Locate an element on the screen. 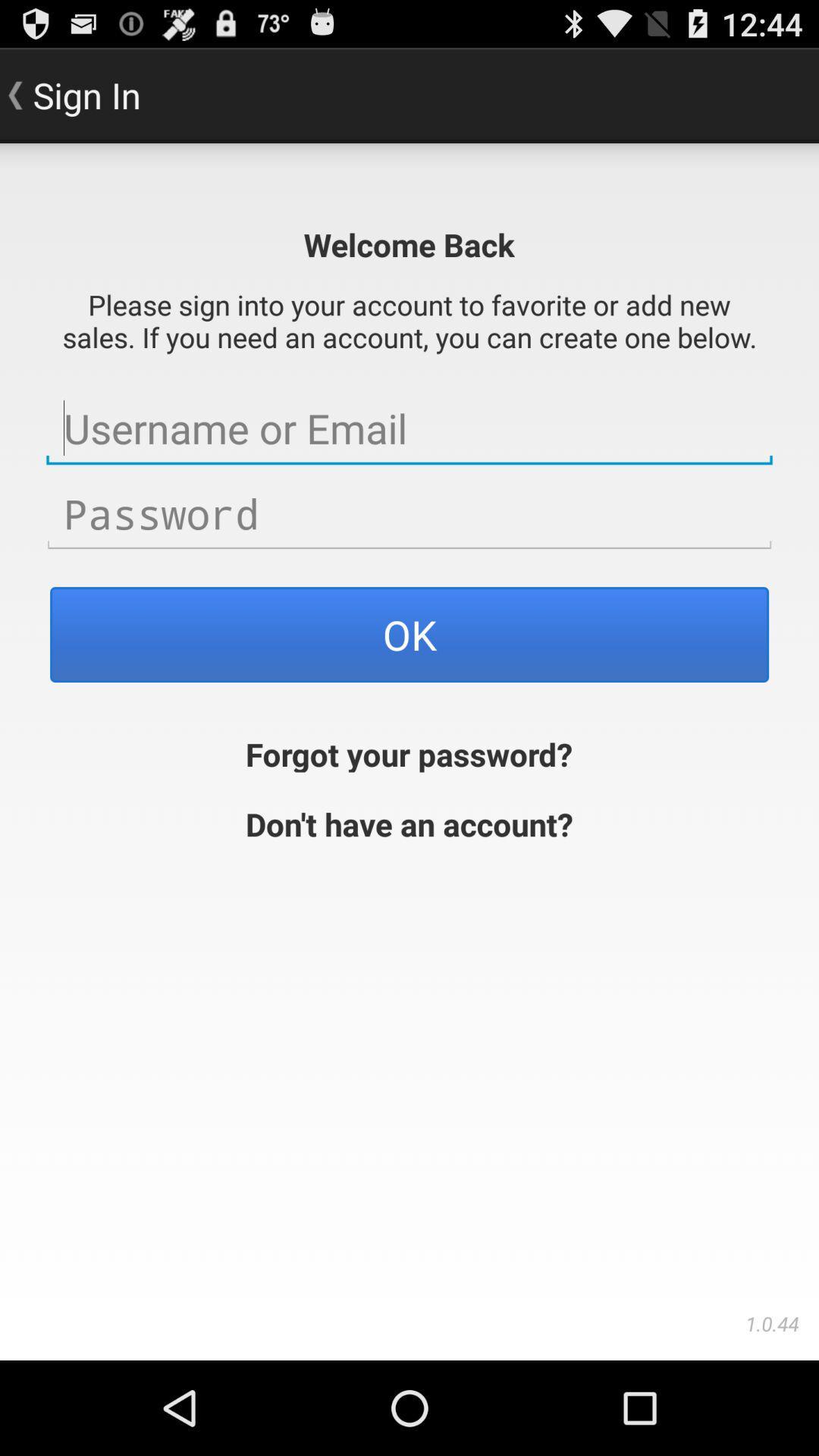  don t have app is located at coordinates (409, 821).